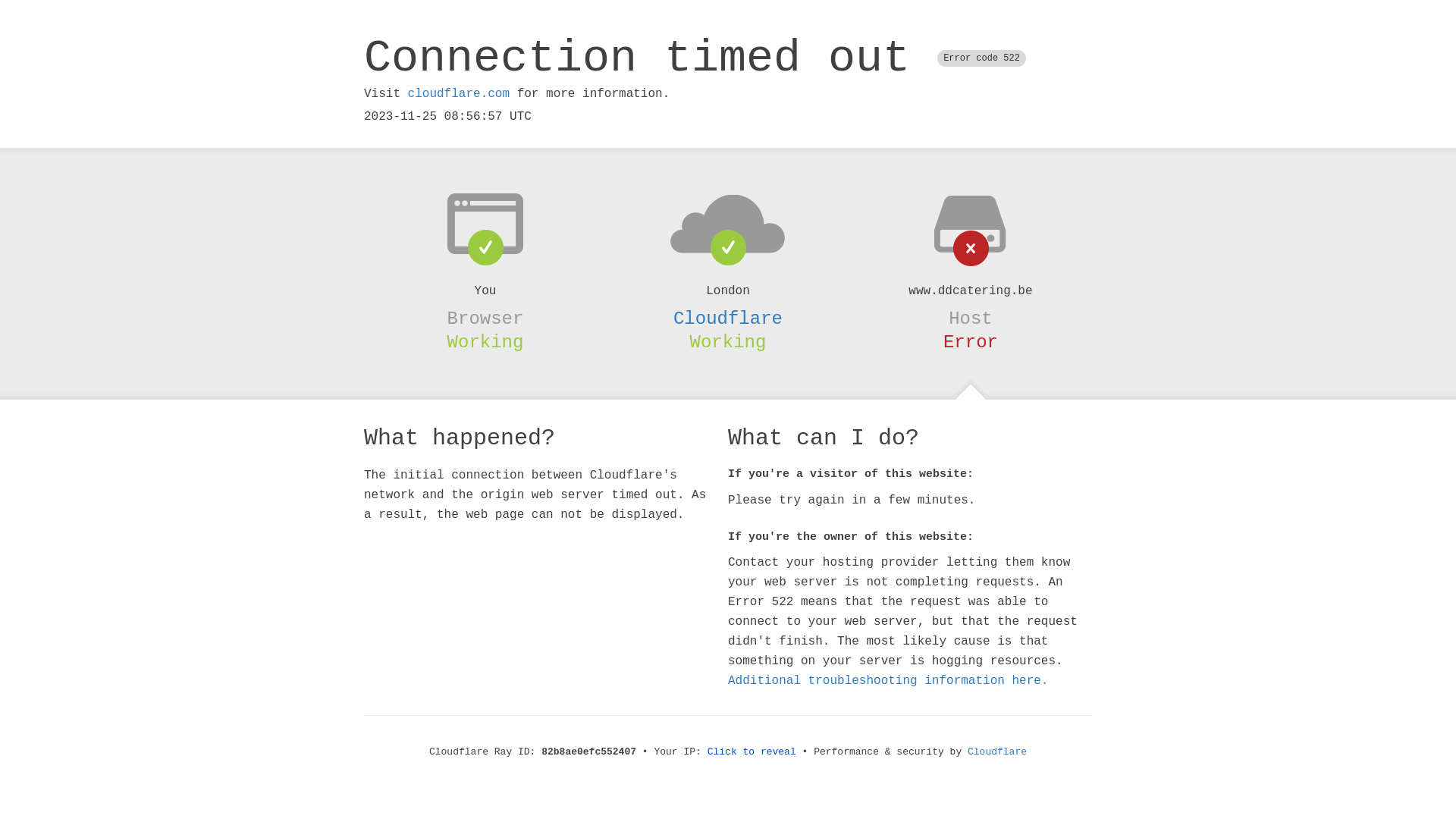 The image size is (1456, 819). I want to click on 'cloudflare.com', so click(457, 93).